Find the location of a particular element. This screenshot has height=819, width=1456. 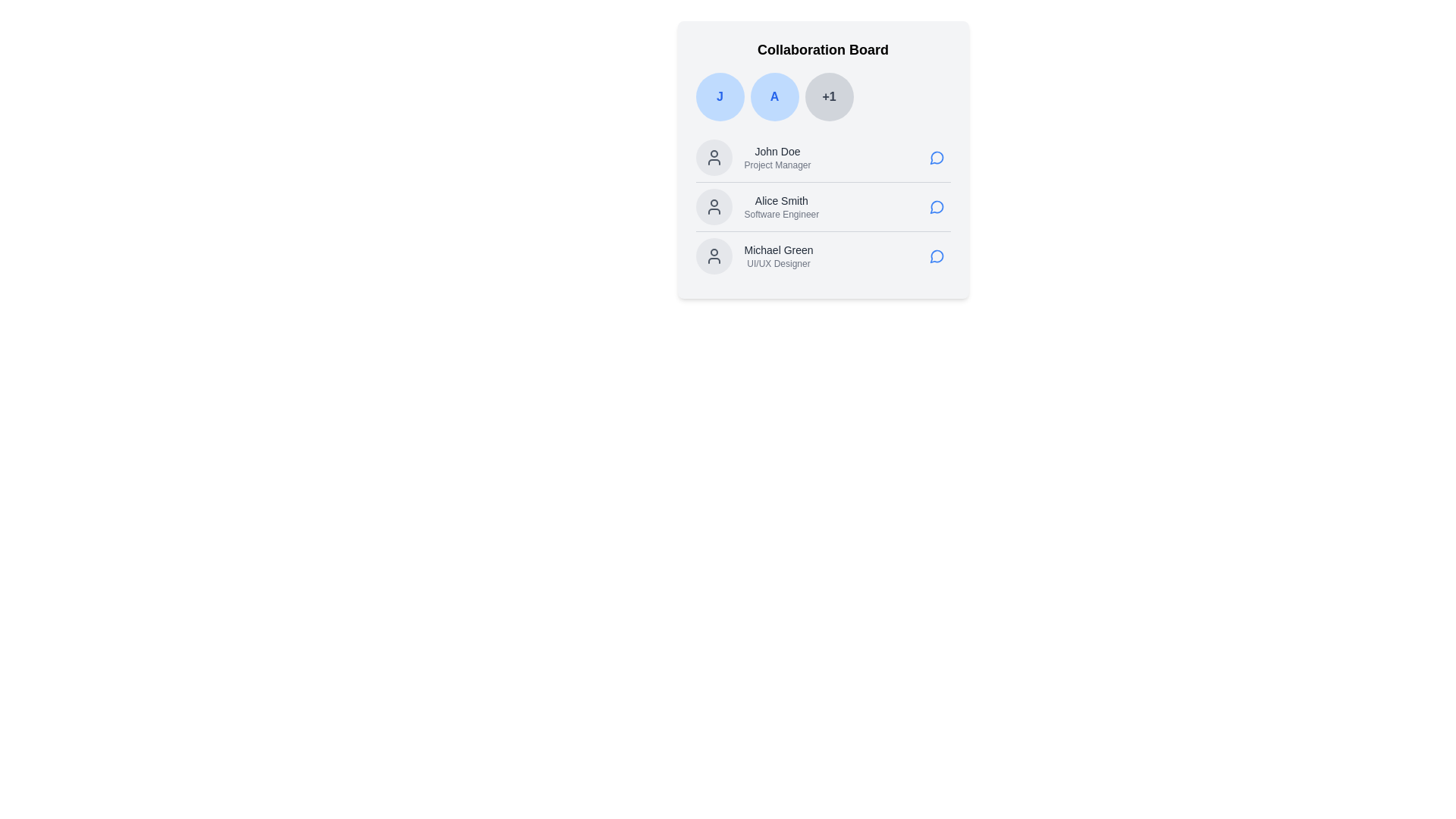

role designation of the first team member entry in the collaboration board list, which contains their name and role information is located at coordinates (822, 158).